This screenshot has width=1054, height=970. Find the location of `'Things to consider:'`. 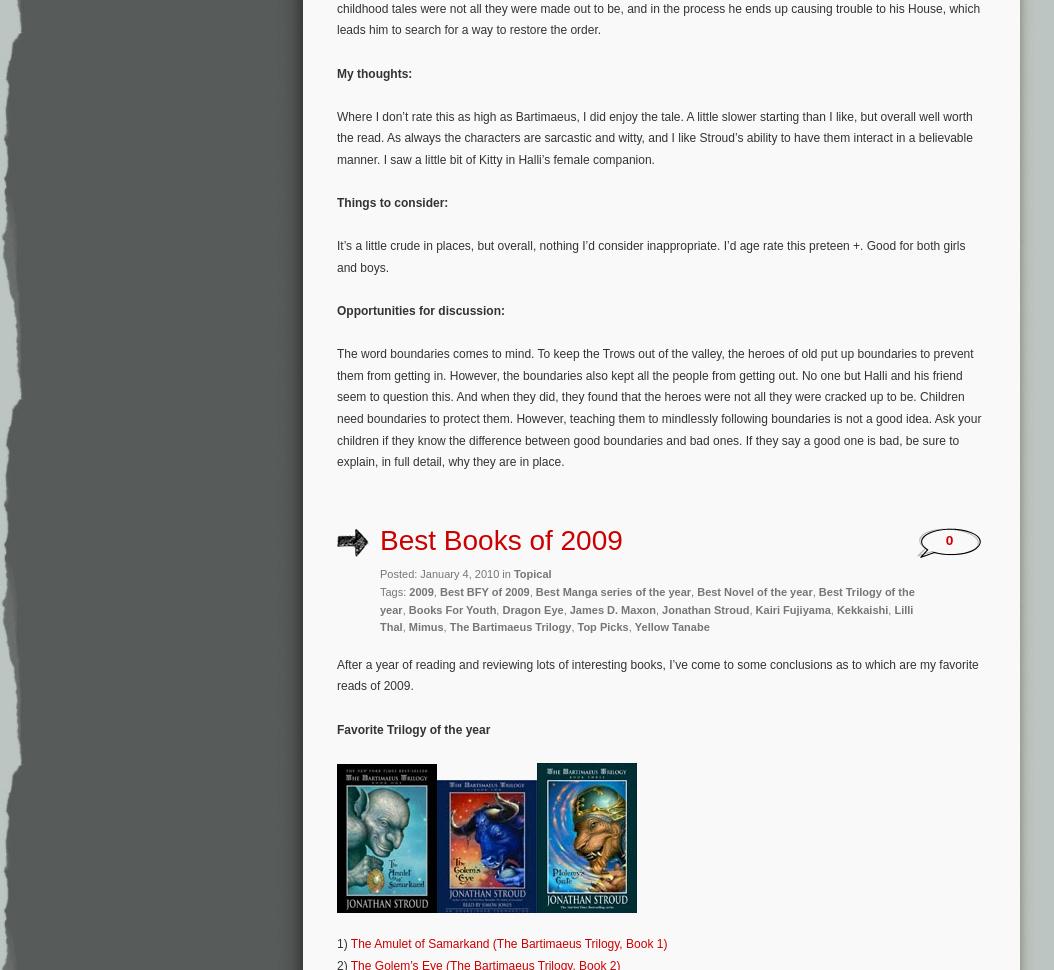

'Things to consider:' is located at coordinates (336, 203).